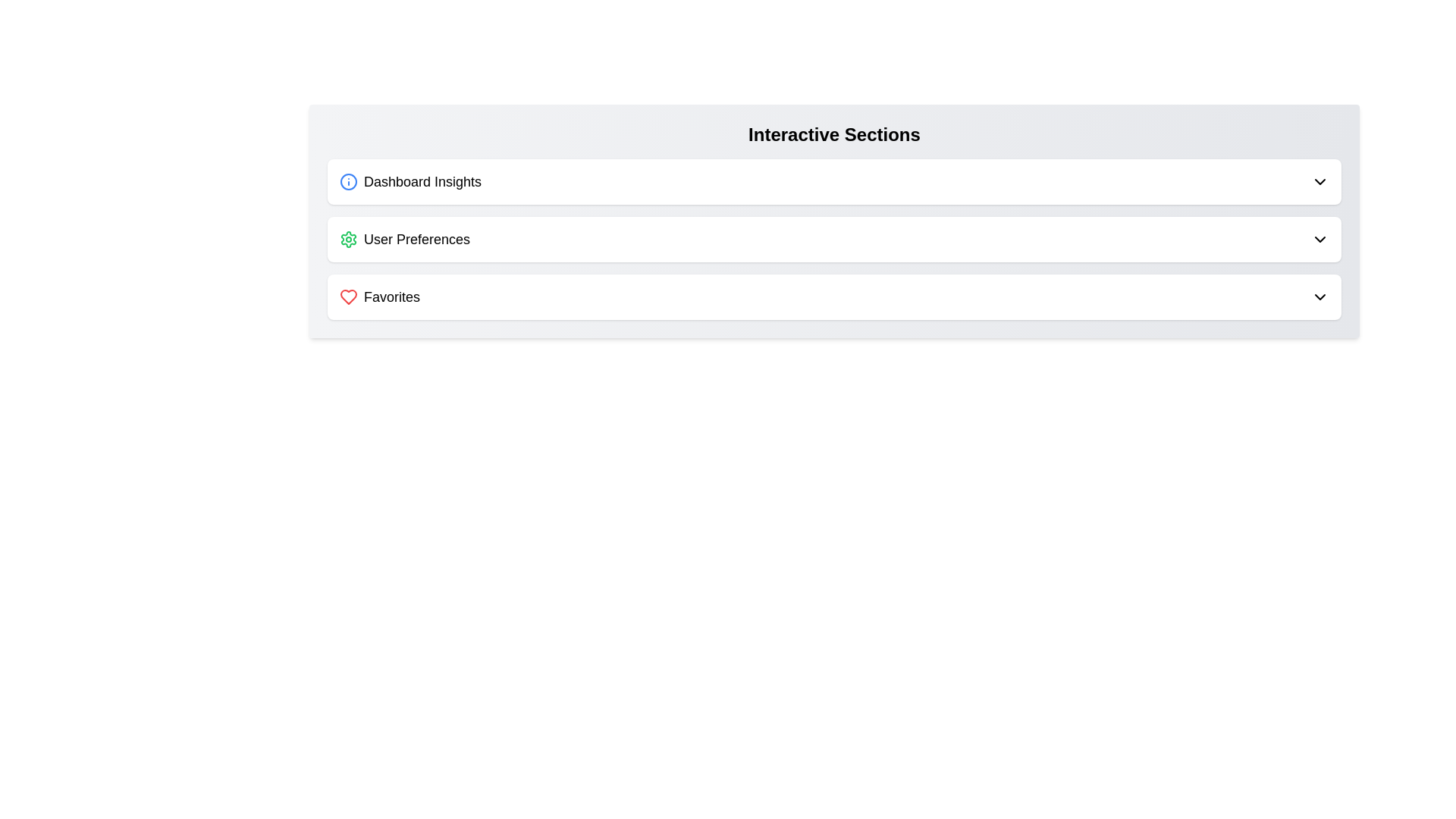 This screenshot has height=819, width=1456. I want to click on the cog-shaped icon in the 'User Preferences' section that indicates settings, so click(348, 239).